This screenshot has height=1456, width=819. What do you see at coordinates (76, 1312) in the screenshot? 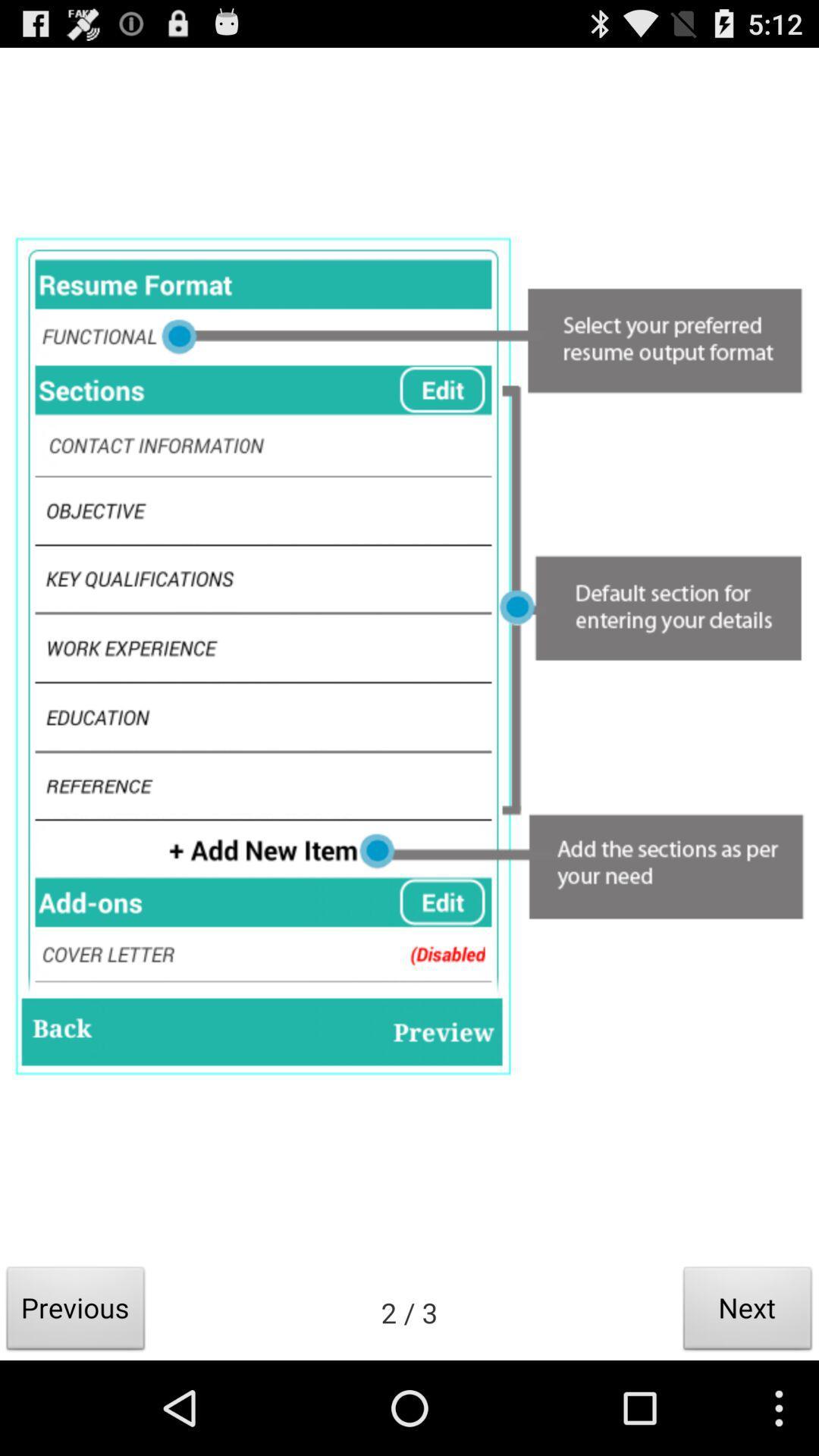
I see `icon to the left of 2 / 3 app` at bounding box center [76, 1312].